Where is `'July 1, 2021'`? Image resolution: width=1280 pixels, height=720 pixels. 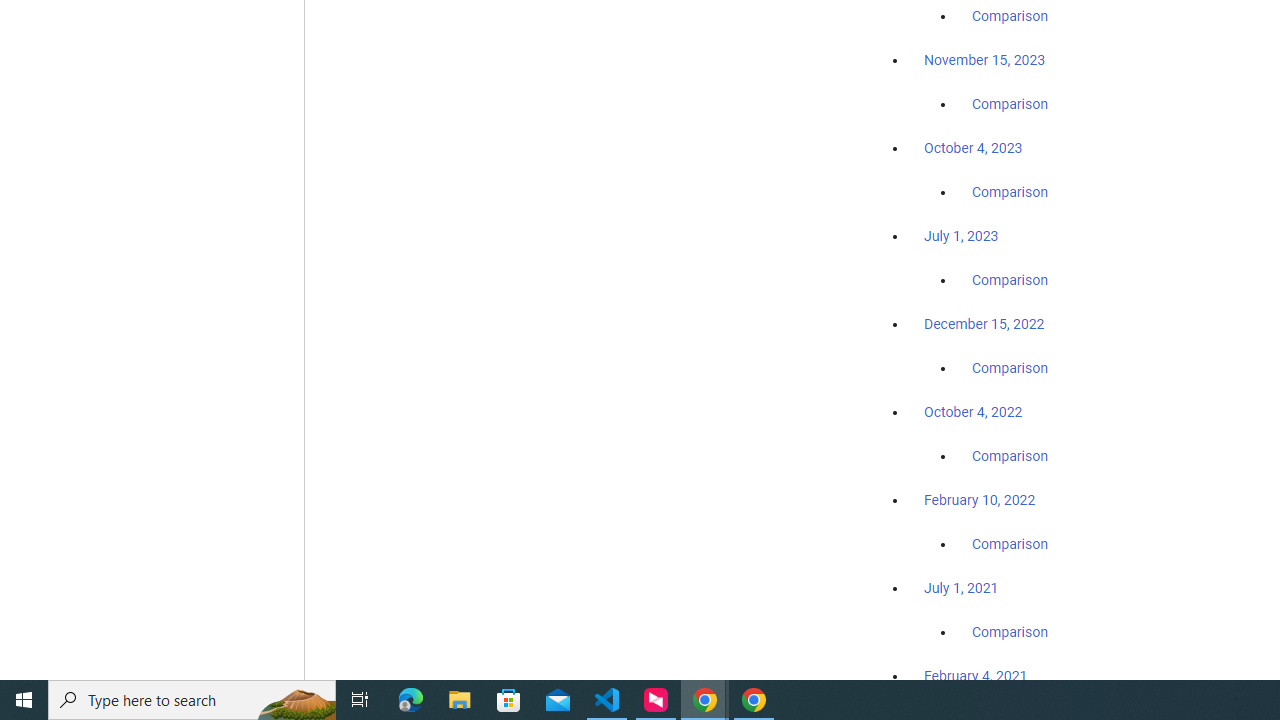 'July 1, 2021' is located at coordinates (961, 586).